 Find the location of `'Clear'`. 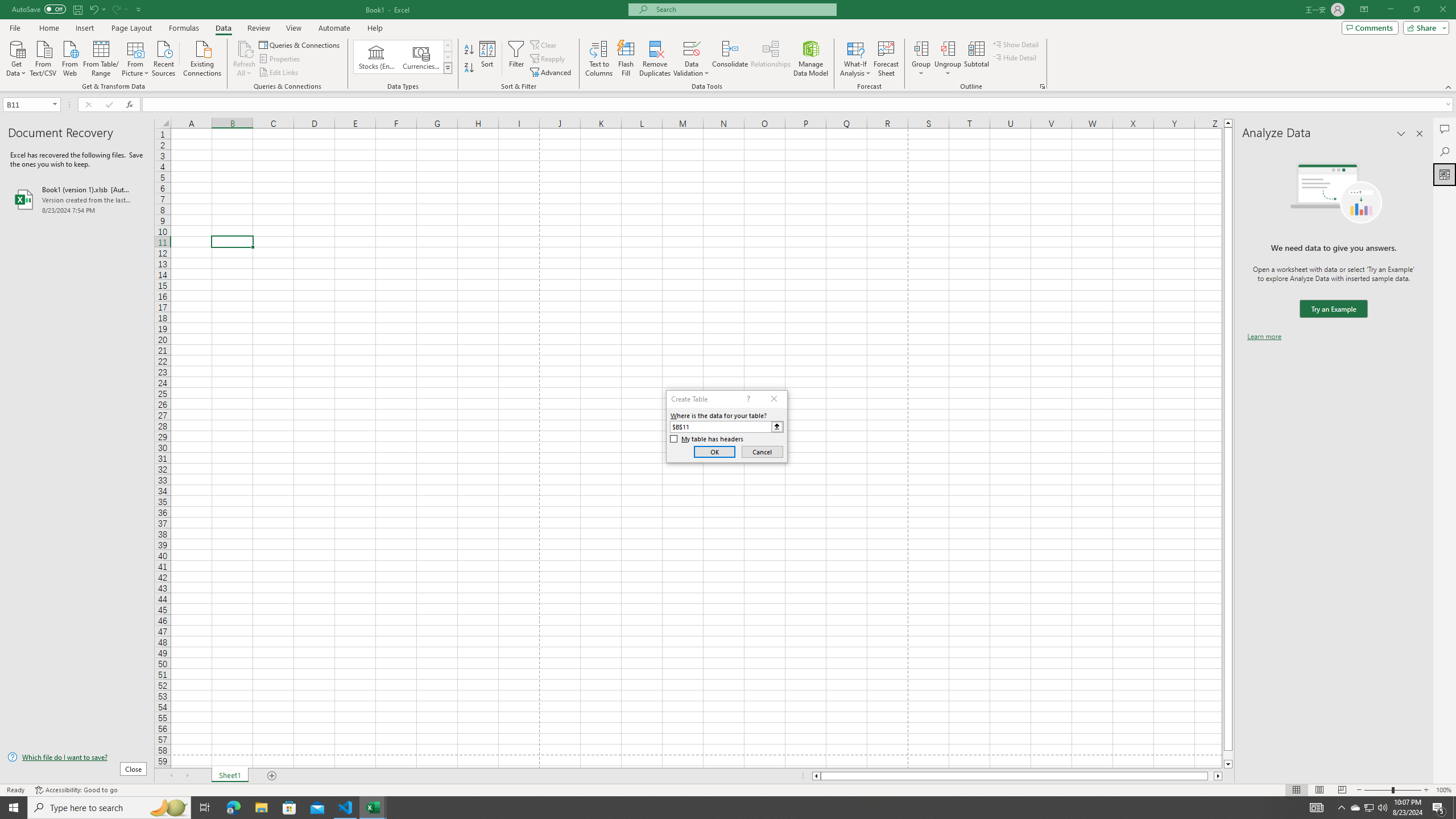

'Clear' is located at coordinates (544, 44).